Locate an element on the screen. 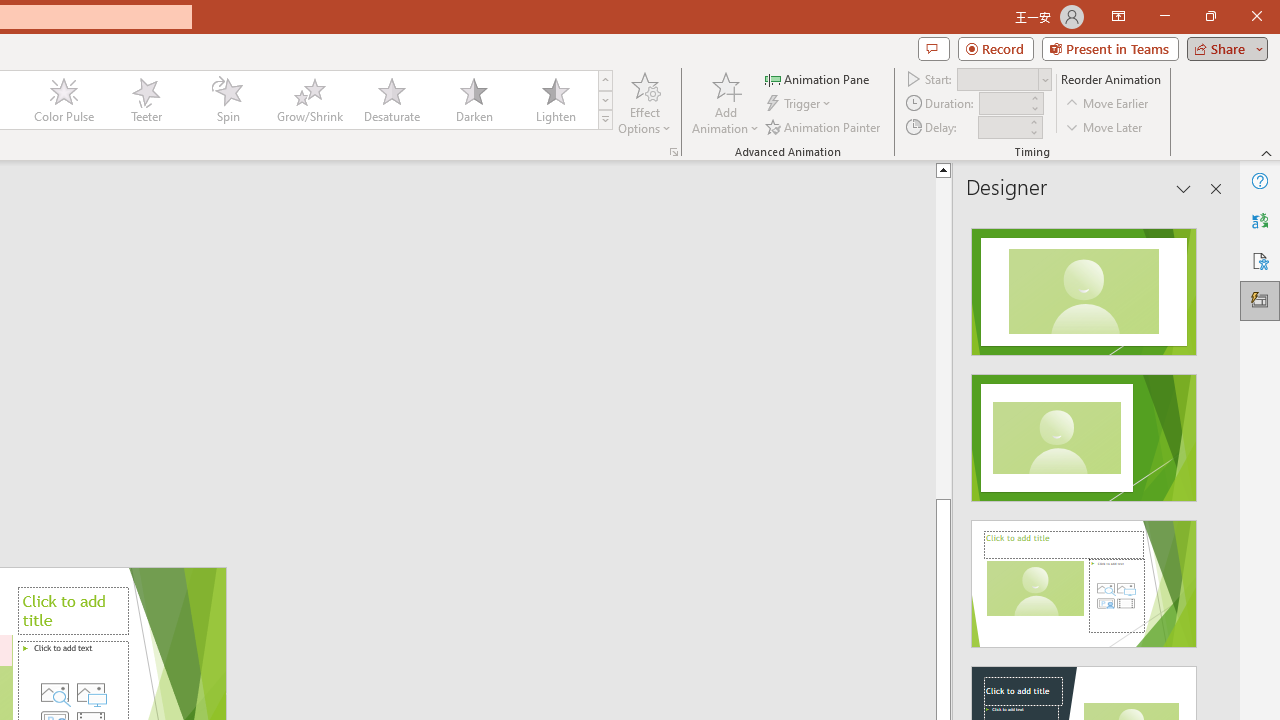  'Design Idea' is located at coordinates (1083, 577).